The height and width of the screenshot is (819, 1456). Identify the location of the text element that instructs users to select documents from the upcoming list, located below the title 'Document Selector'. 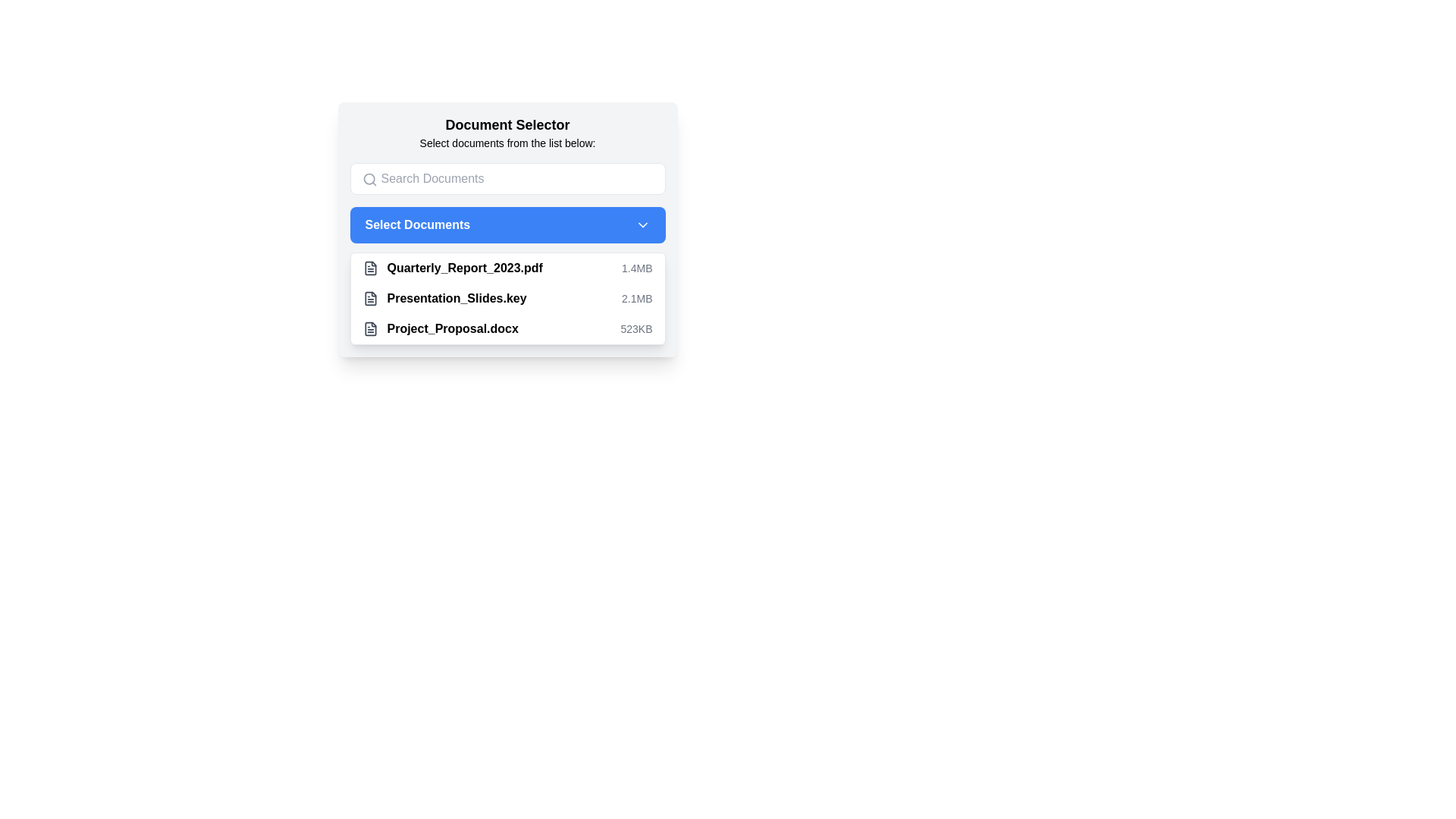
(507, 143).